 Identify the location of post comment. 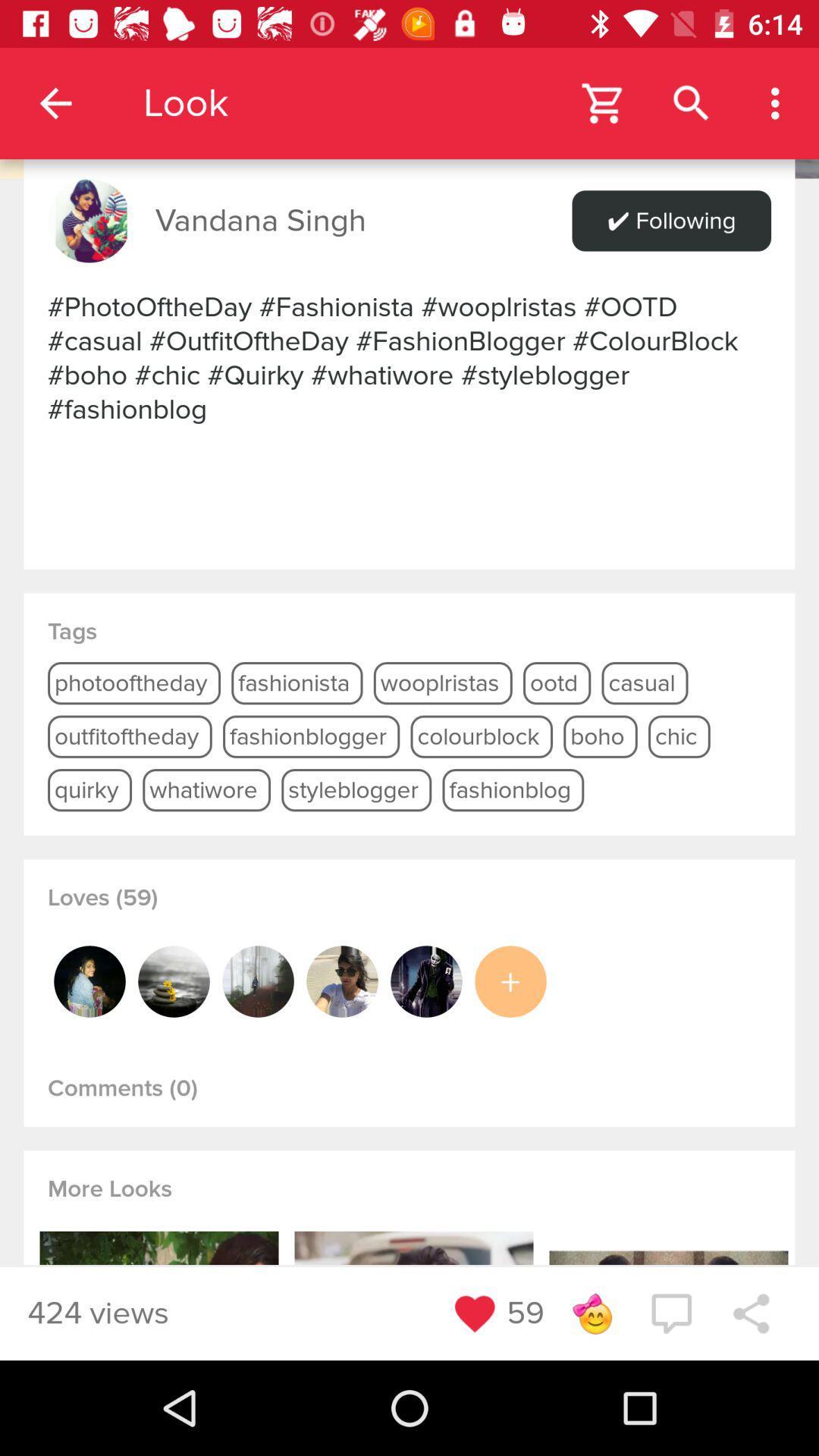
(670, 1313).